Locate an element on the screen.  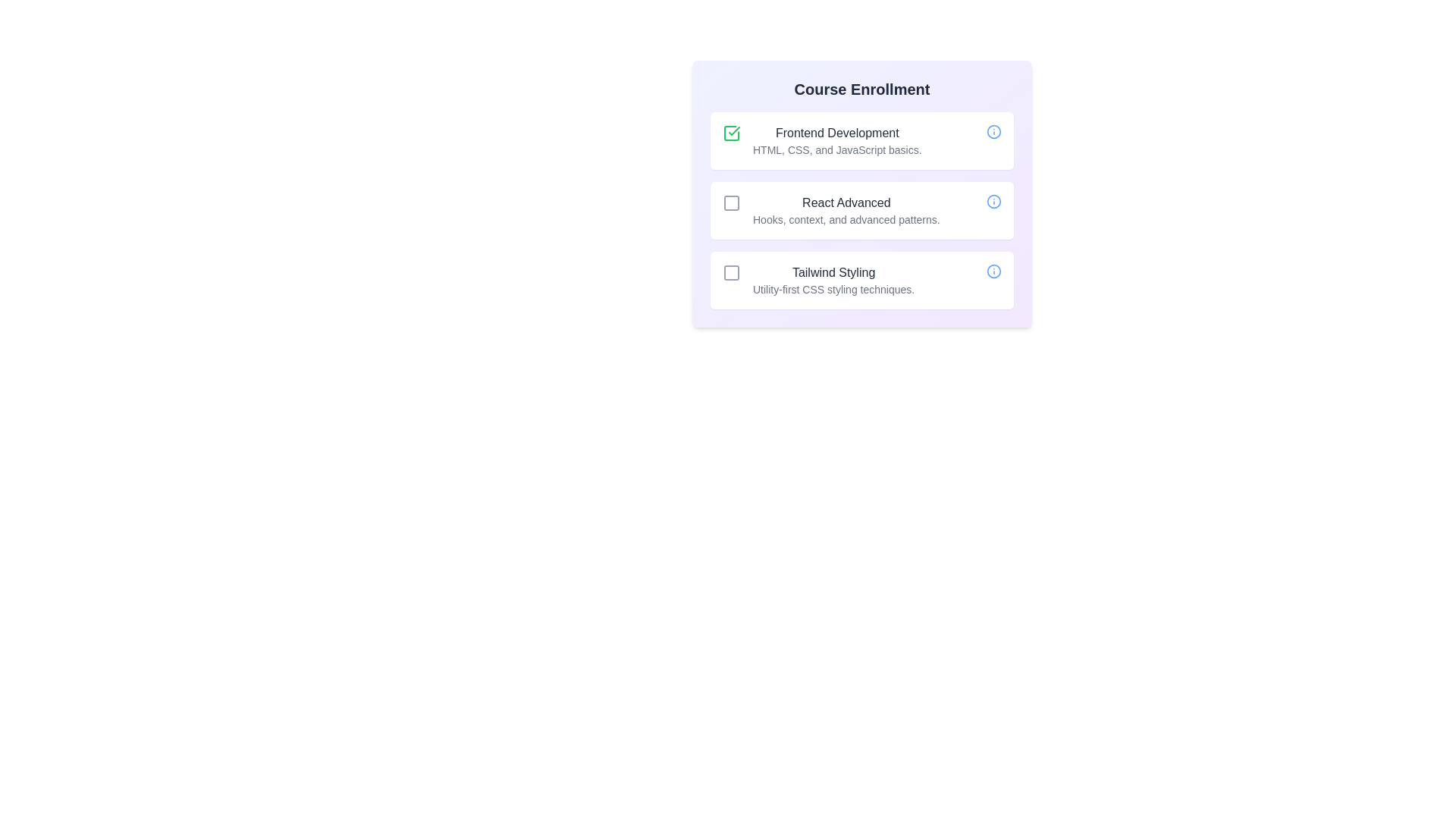
the blue circular SVG graphic element that is part of the icon aligned with the 'React Advanced' entry in the list is located at coordinates (993, 201).